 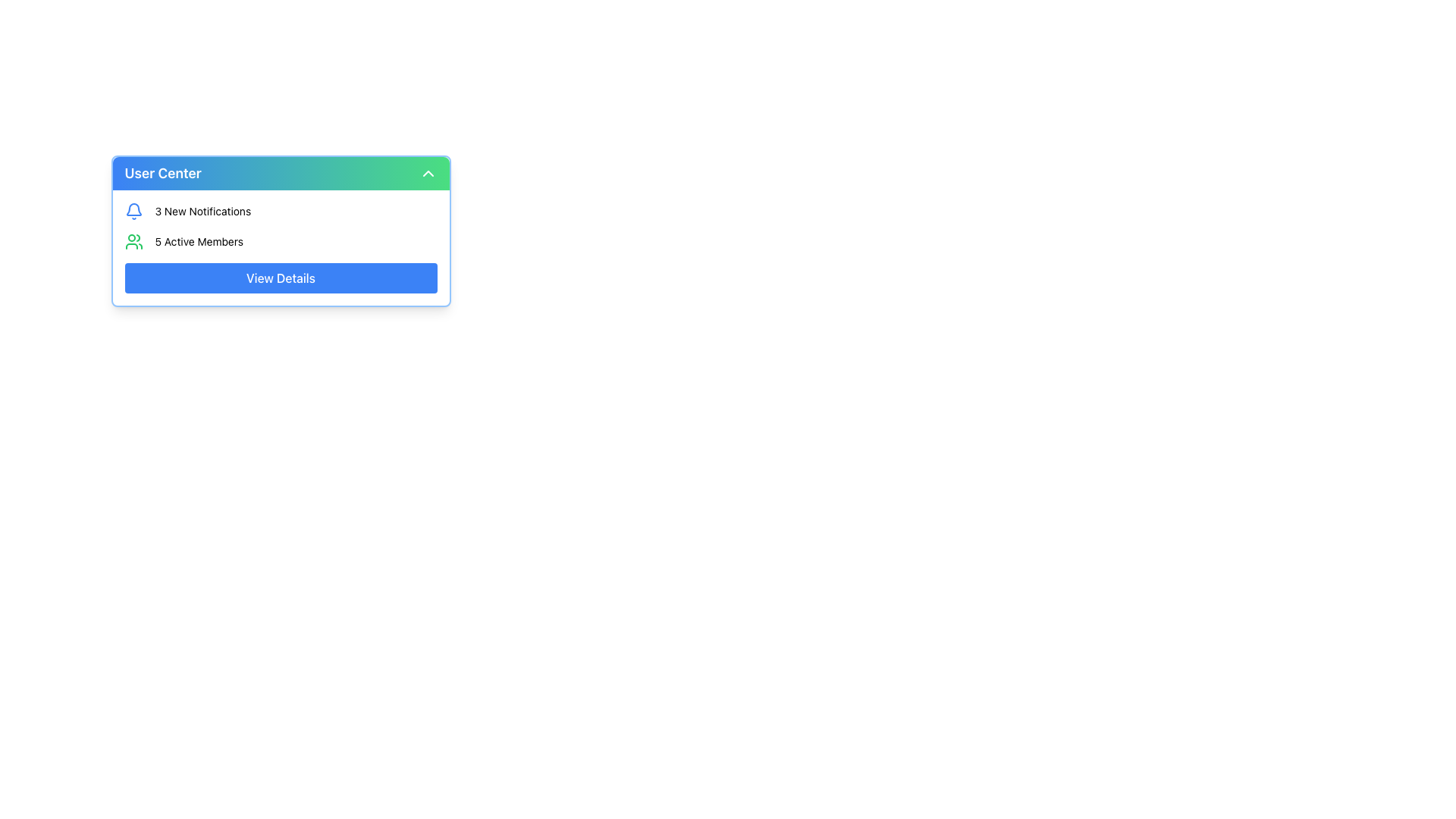 What do you see at coordinates (202, 211) in the screenshot?
I see `the informational text label indicating three new notifications located in the 'User Center' section, positioned to the right of the notification bell icon` at bounding box center [202, 211].